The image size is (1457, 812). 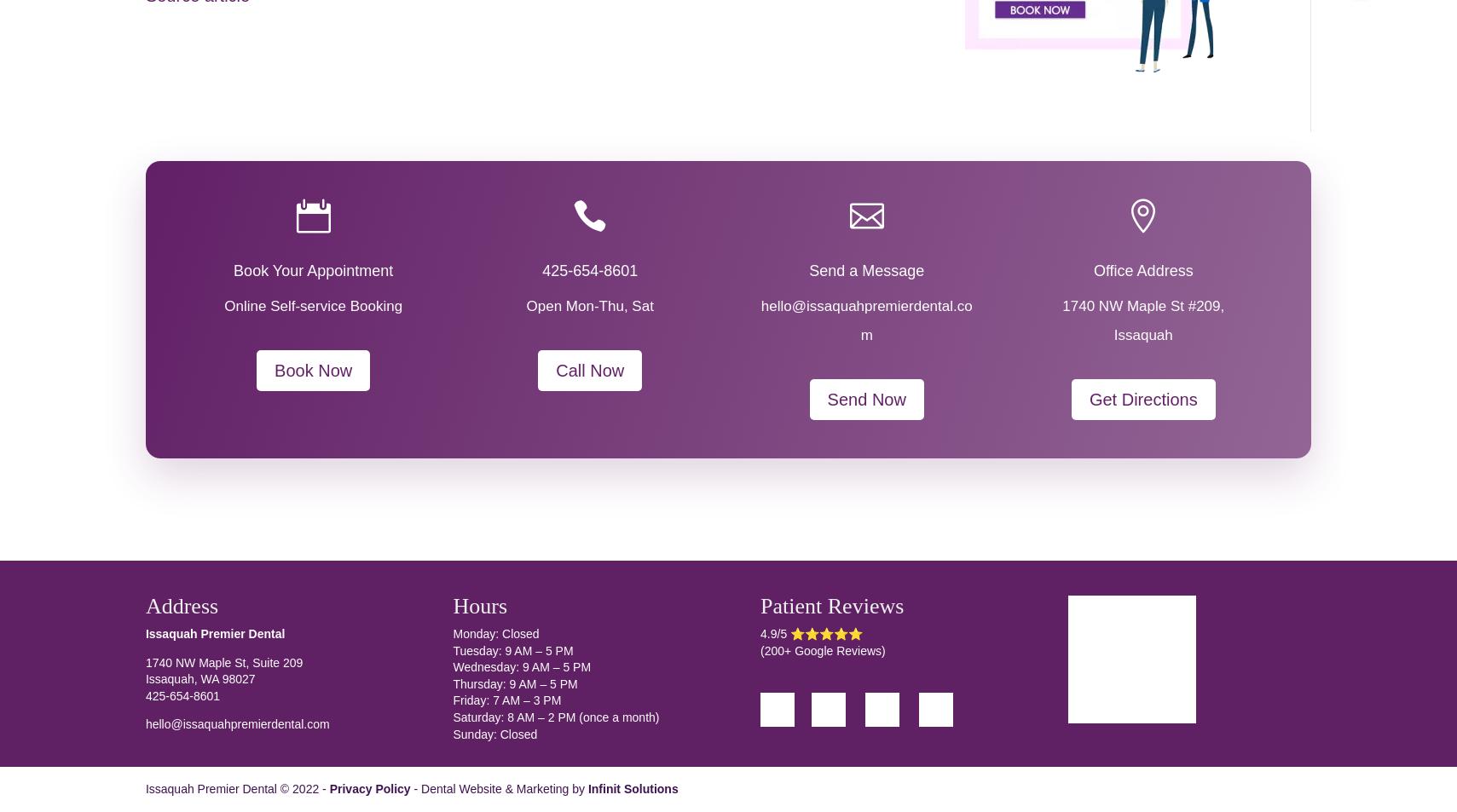 What do you see at coordinates (214, 634) in the screenshot?
I see `'Issaquah Premier Dental'` at bounding box center [214, 634].